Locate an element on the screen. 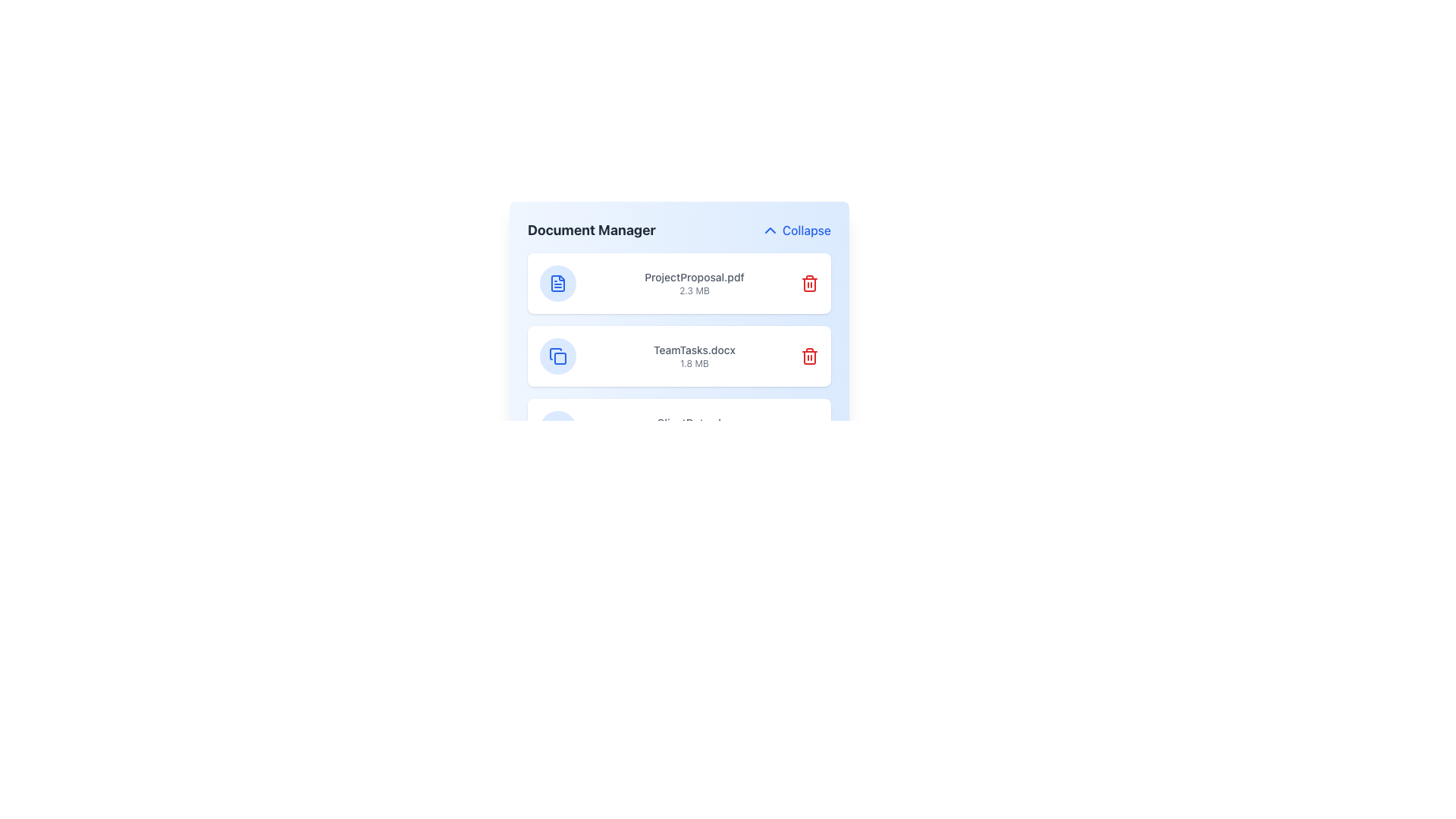 The width and height of the screenshot is (1456, 819). the third delete button located to the far right of the item labeled 'ClientData.xlsx' is located at coordinates (809, 429).